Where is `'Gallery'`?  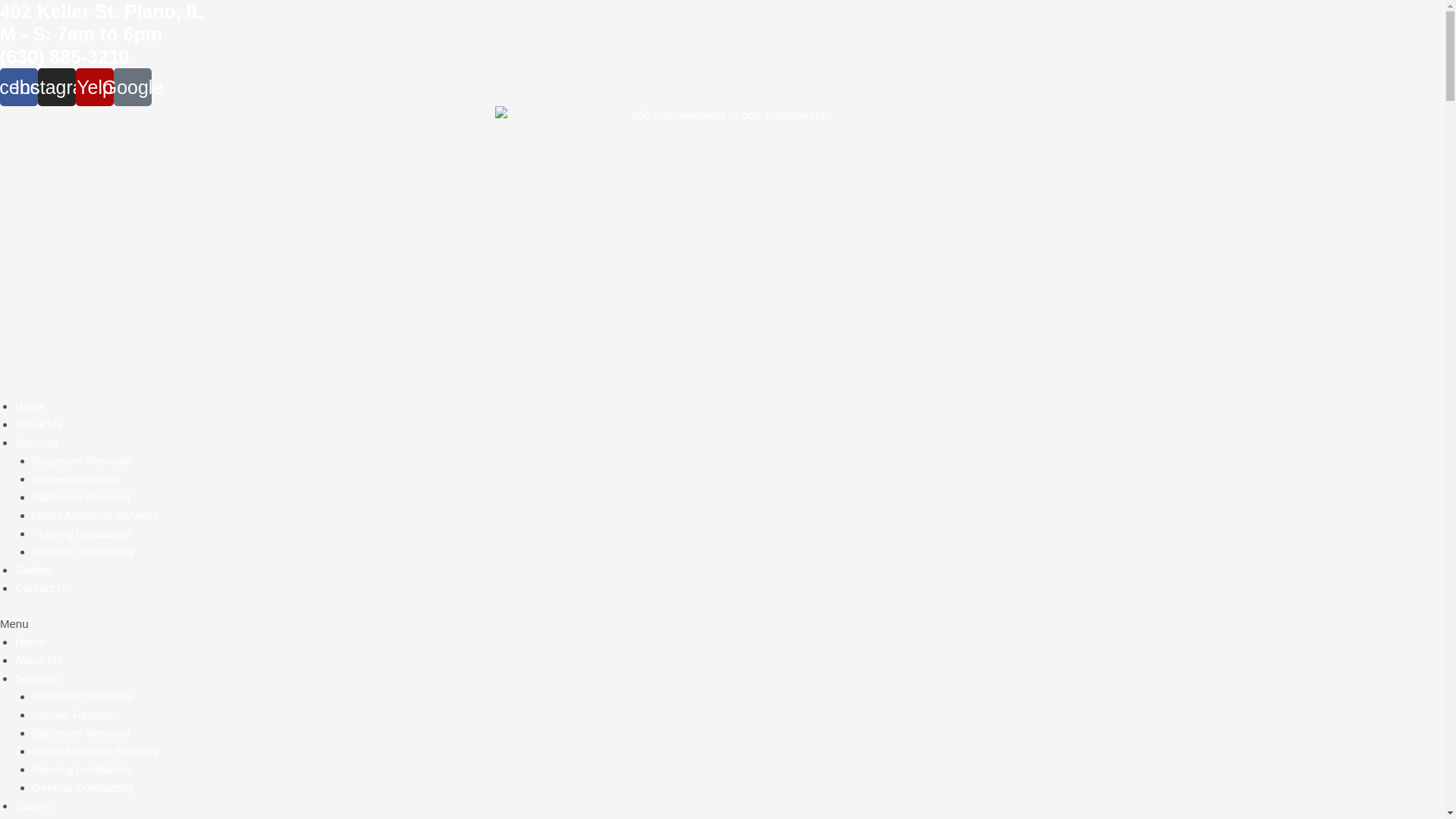 'Gallery' is located at coordinates (14, 805).